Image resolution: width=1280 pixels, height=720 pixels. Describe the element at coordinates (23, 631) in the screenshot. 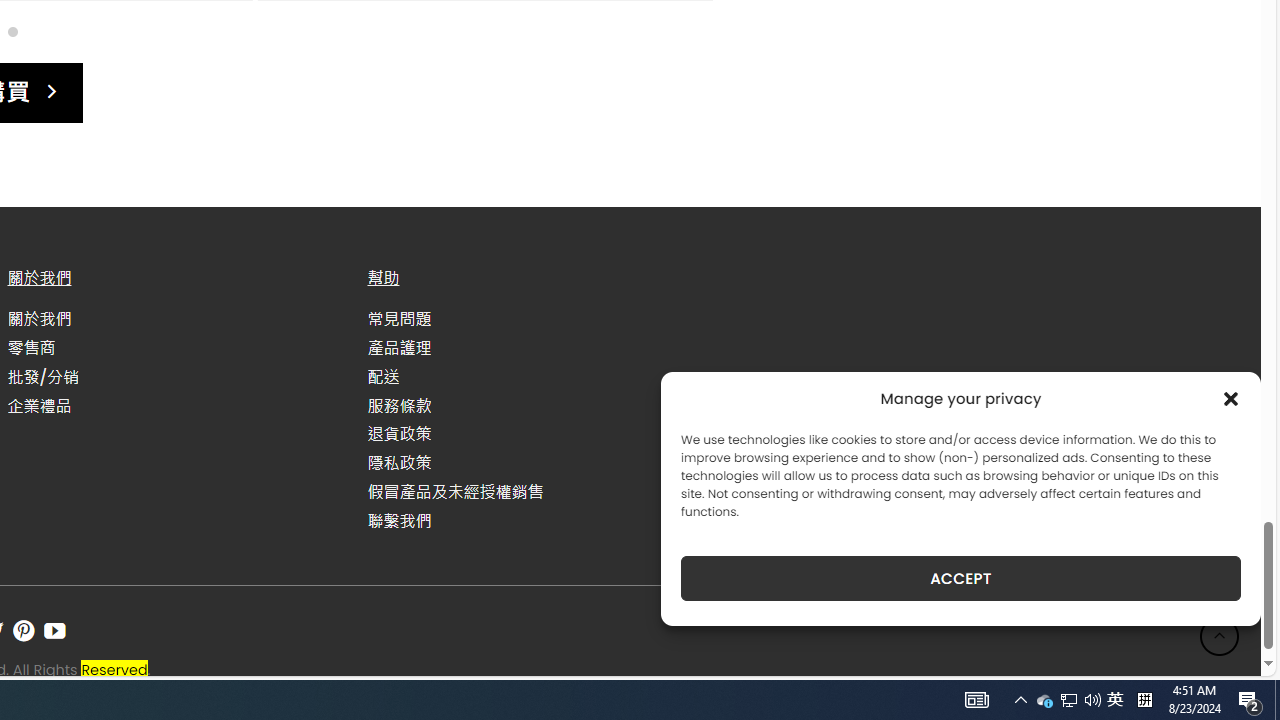

I see `'Follow on Pinterest'` at that location.